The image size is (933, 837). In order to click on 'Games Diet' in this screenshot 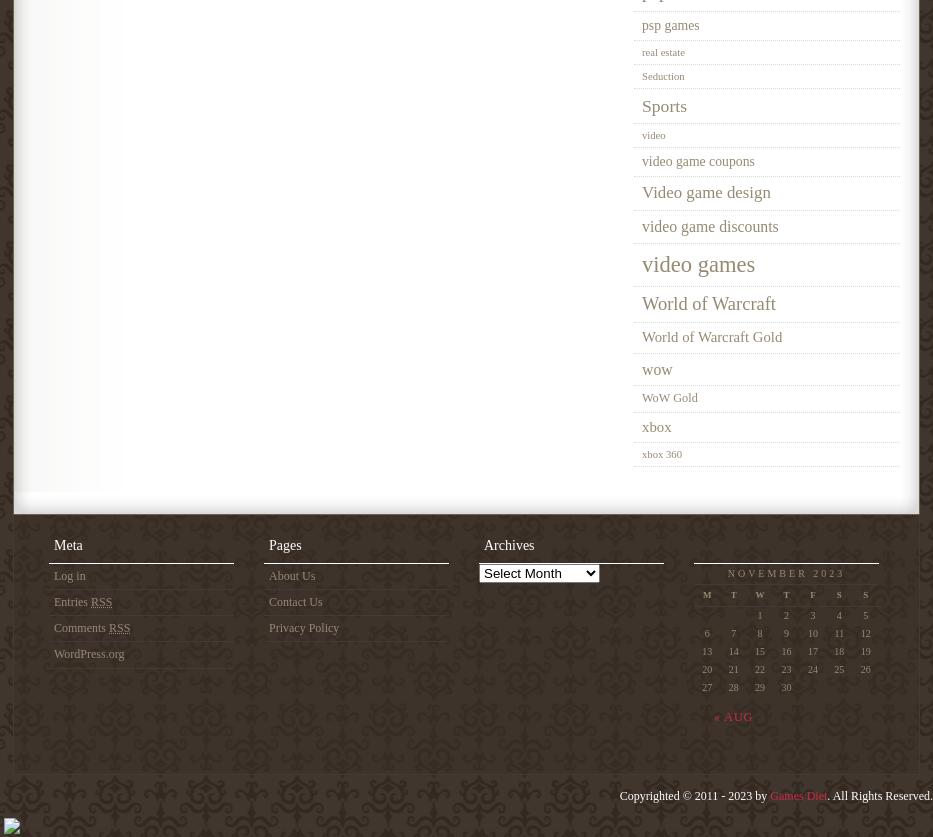, I will do `click(769, 793)`.